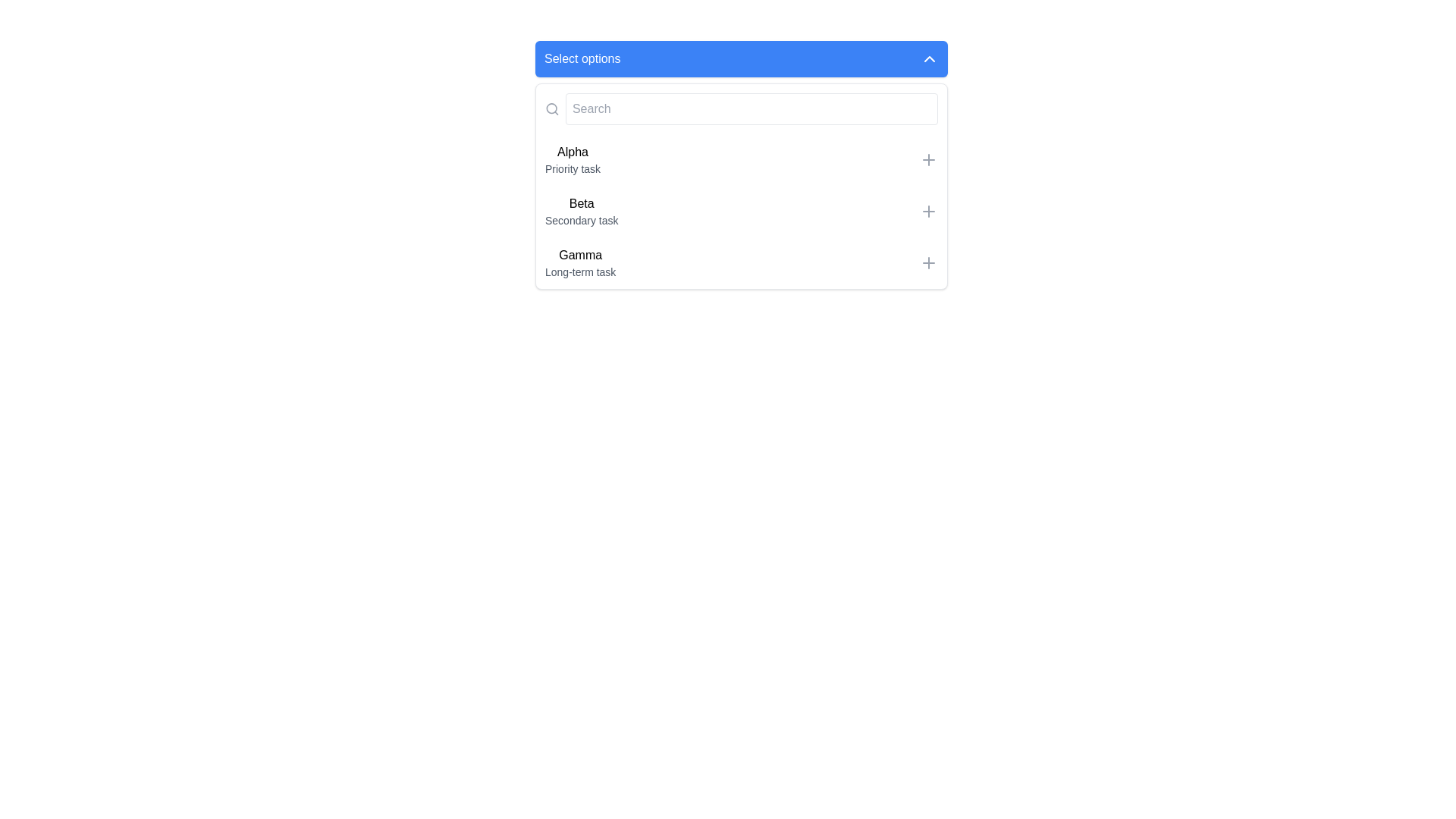  I want to click on the 'Secondary task' text label located below the 'Beta' label in the dropdown menu, so click(581, 220).